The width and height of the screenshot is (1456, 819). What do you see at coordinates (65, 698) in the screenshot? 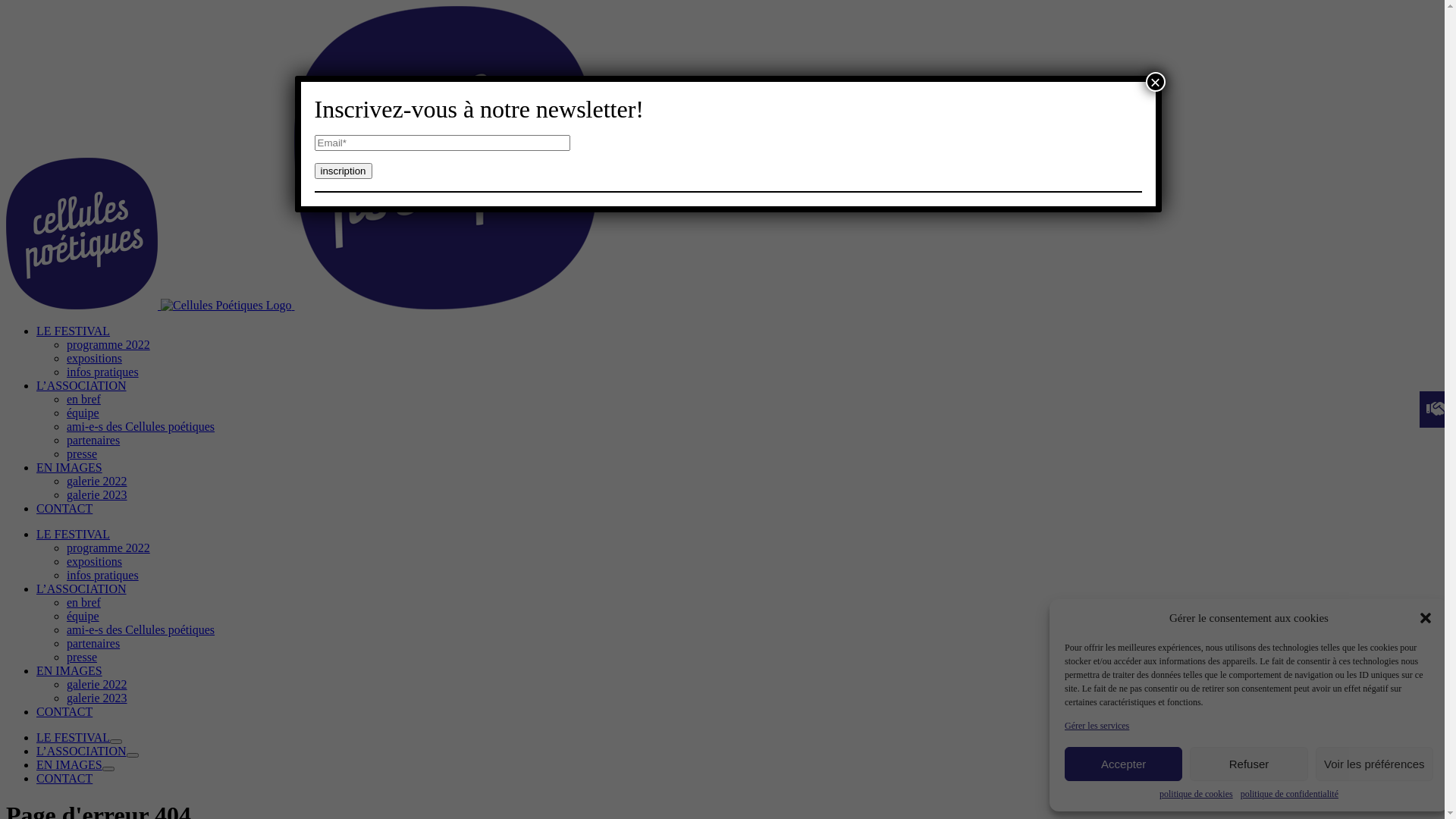
I see `'galerie 2023'` at bounding box center [65, 698].